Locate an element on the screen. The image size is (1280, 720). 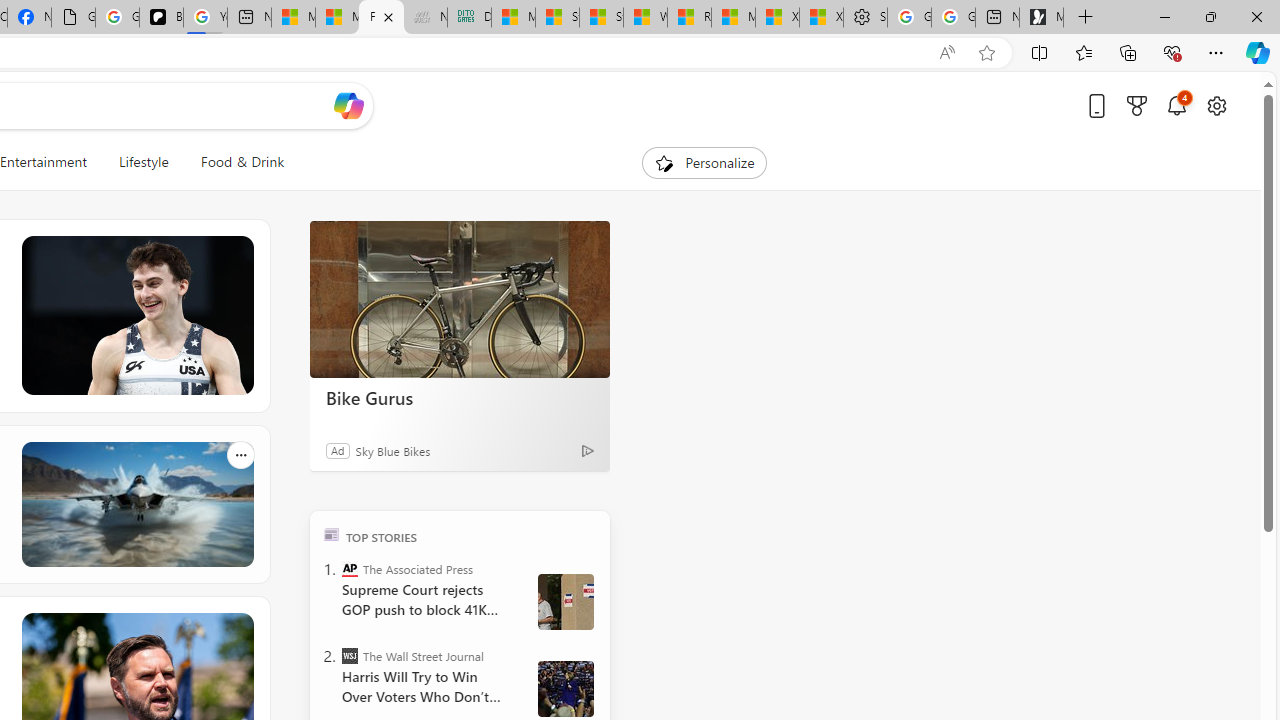
'R******* | Trusted Community Engagement and Contributions' is located at coordinates (689, 17).